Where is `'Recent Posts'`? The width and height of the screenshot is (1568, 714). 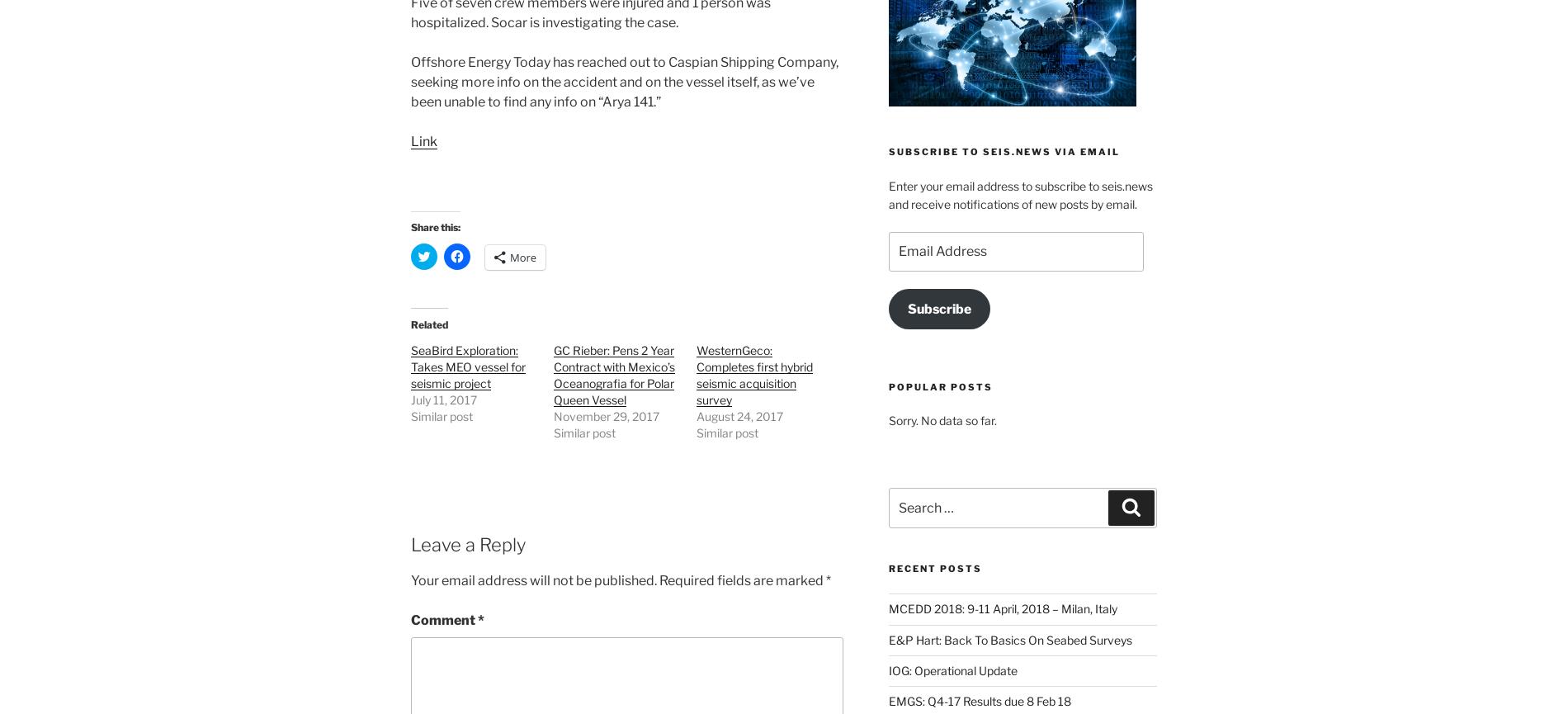
'Recent Posts' is located at coordinates (934, 568).